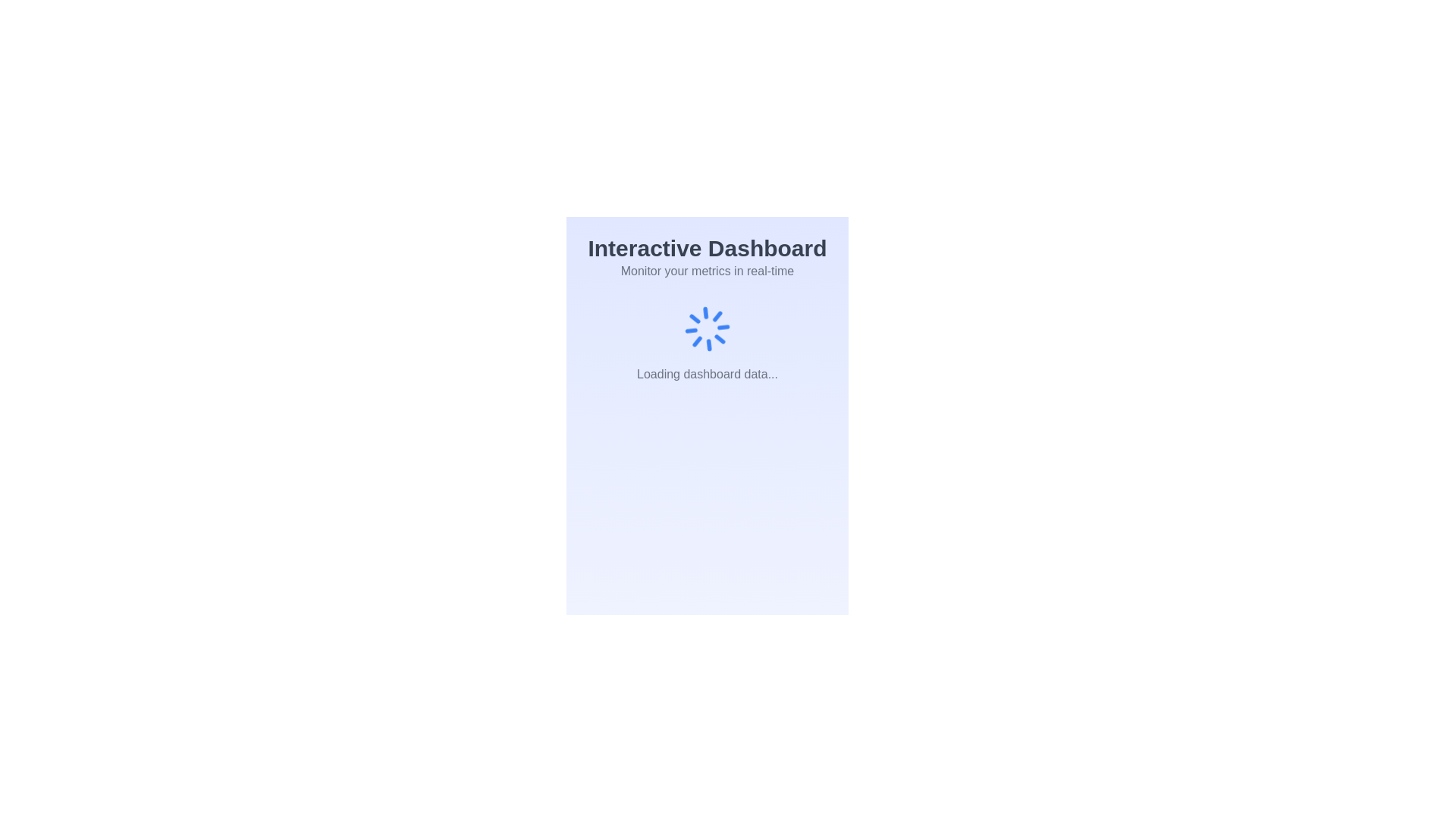 The height and width of the screenshot is (819, 1456). I want to click on the descriptive text about the dashboard, which follows the title 'Interactive Dashboard' and provides information on real-time metric monitoring, so click(706, 271).